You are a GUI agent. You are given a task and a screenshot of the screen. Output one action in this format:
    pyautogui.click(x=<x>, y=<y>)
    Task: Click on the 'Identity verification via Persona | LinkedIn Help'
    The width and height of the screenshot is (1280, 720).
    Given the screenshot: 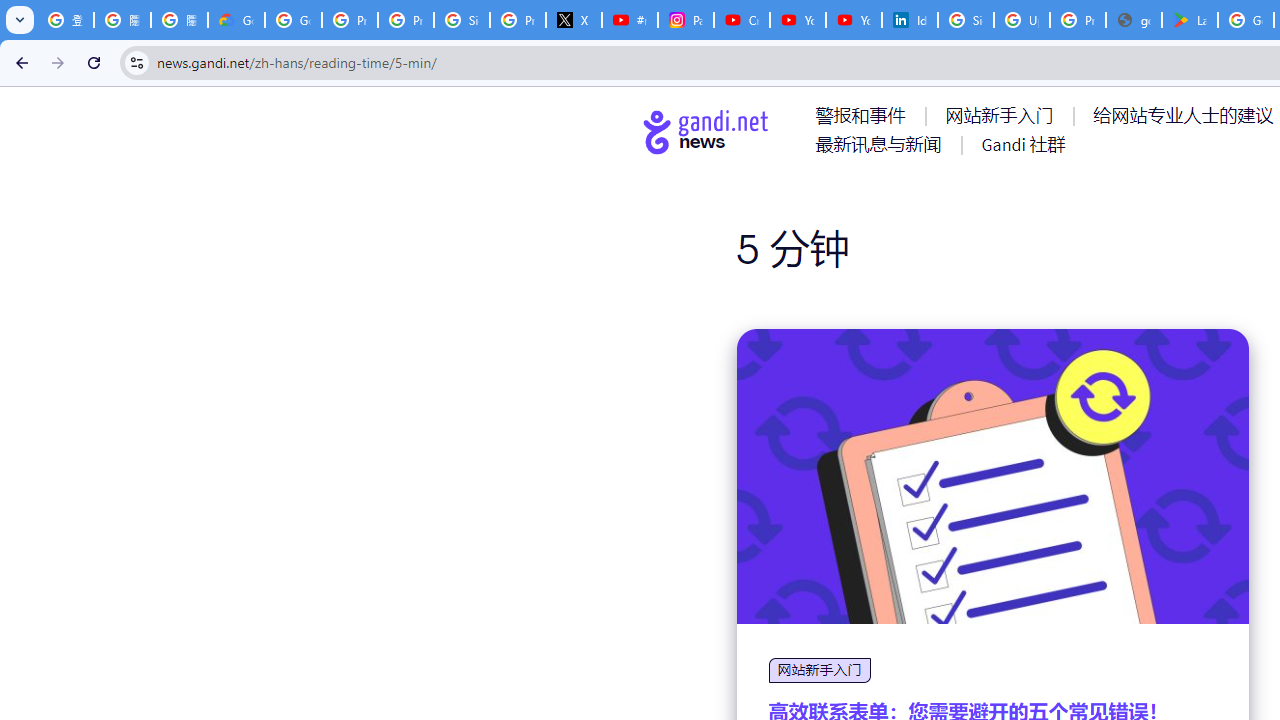 What is the action you would take?
    pyautogui.click(x=909, y=20)
    